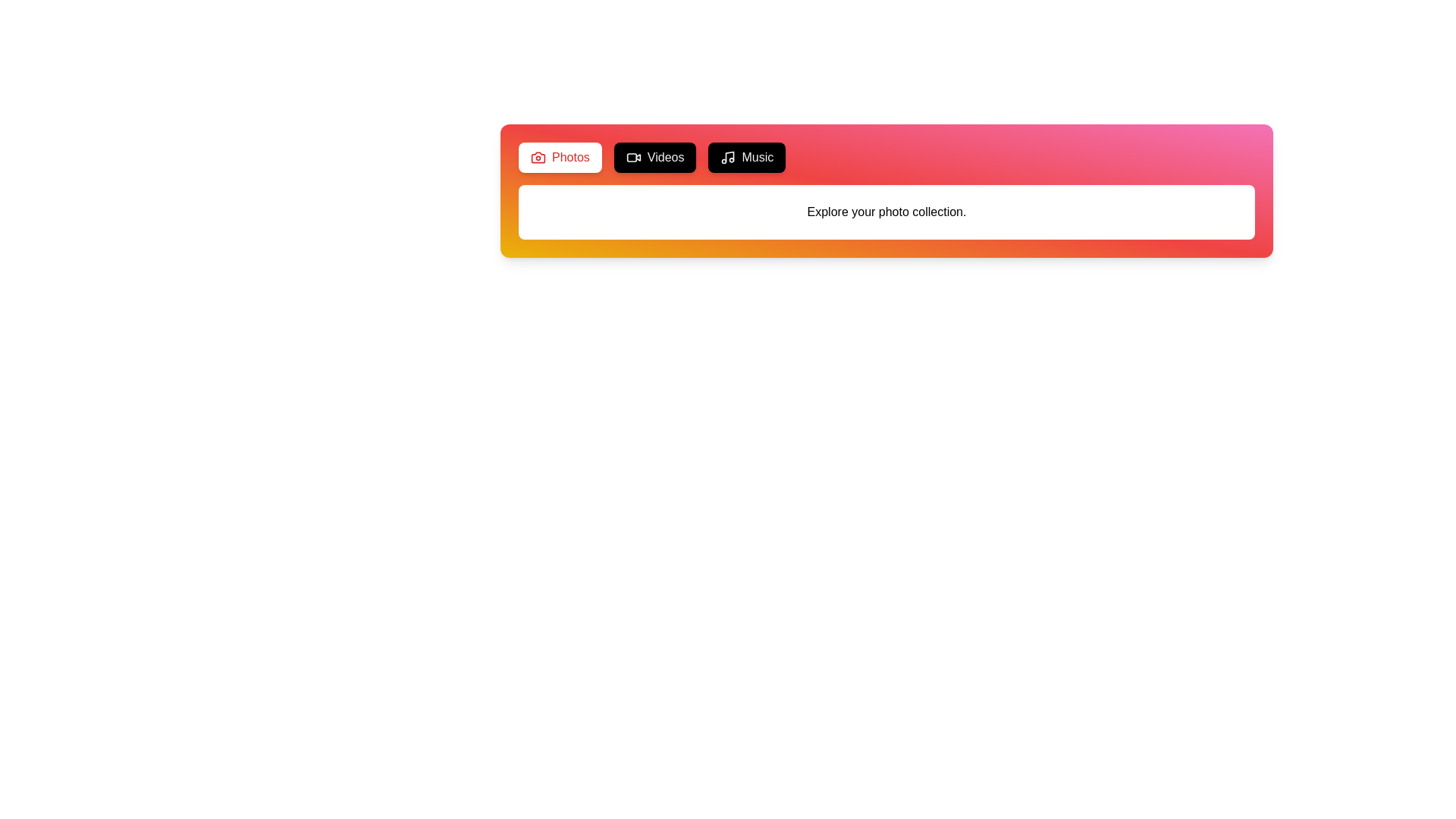  I want to click on the Music tab to view its content, so click(747, 158).